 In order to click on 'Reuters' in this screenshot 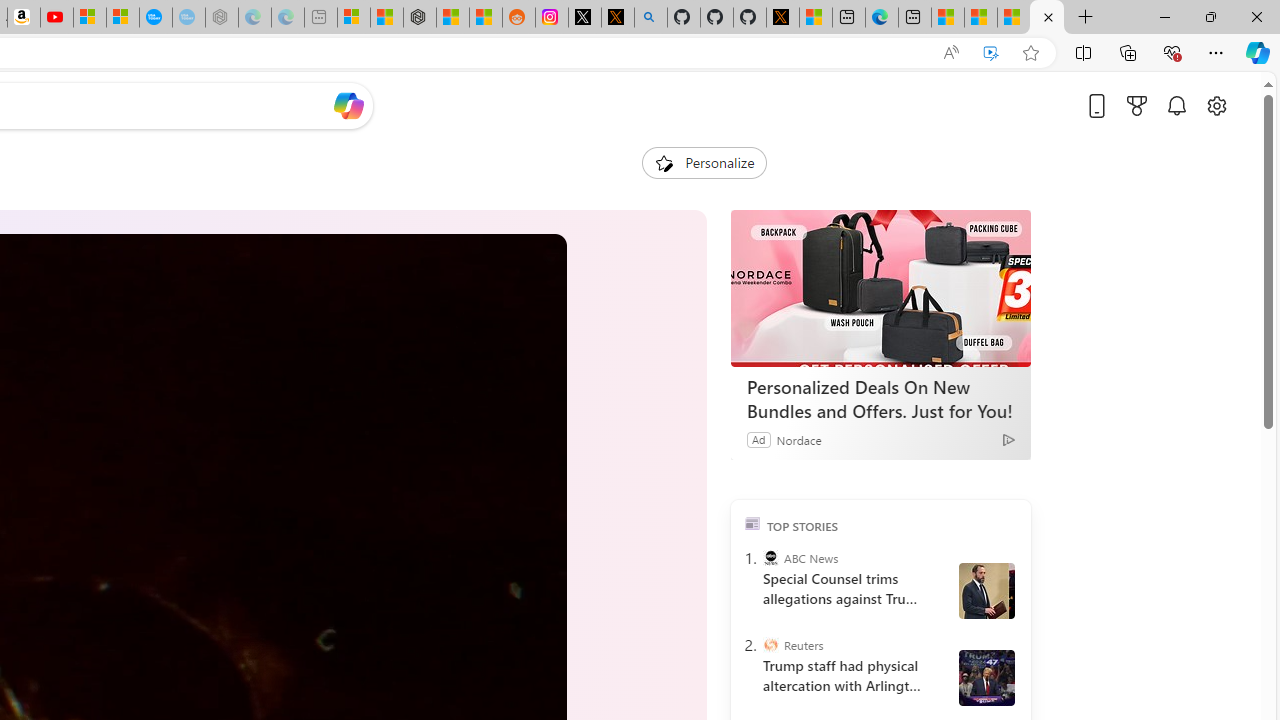, I will do `click(769, 645)`.